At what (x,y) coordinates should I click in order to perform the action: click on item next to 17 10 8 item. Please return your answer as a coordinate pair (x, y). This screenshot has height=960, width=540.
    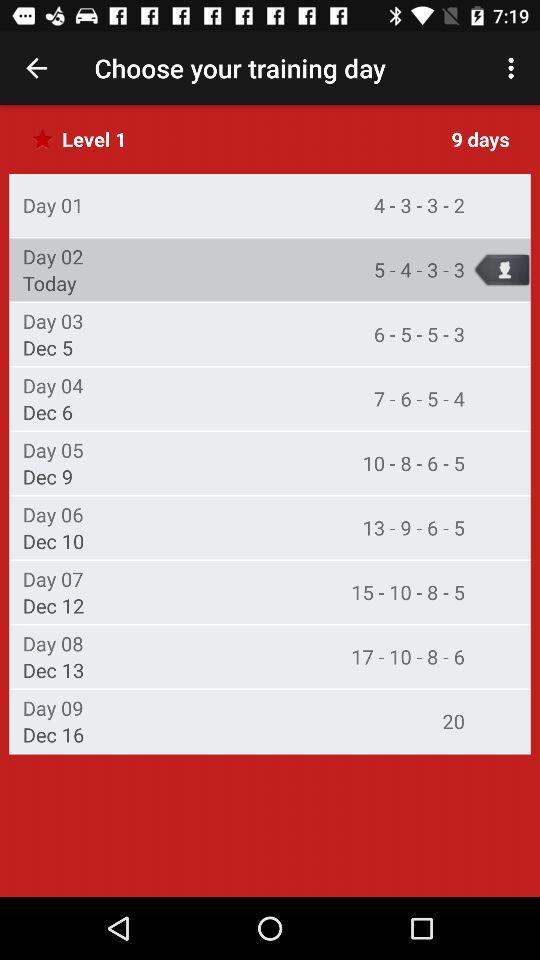
    Looking at the image, I should click on (53, 642).